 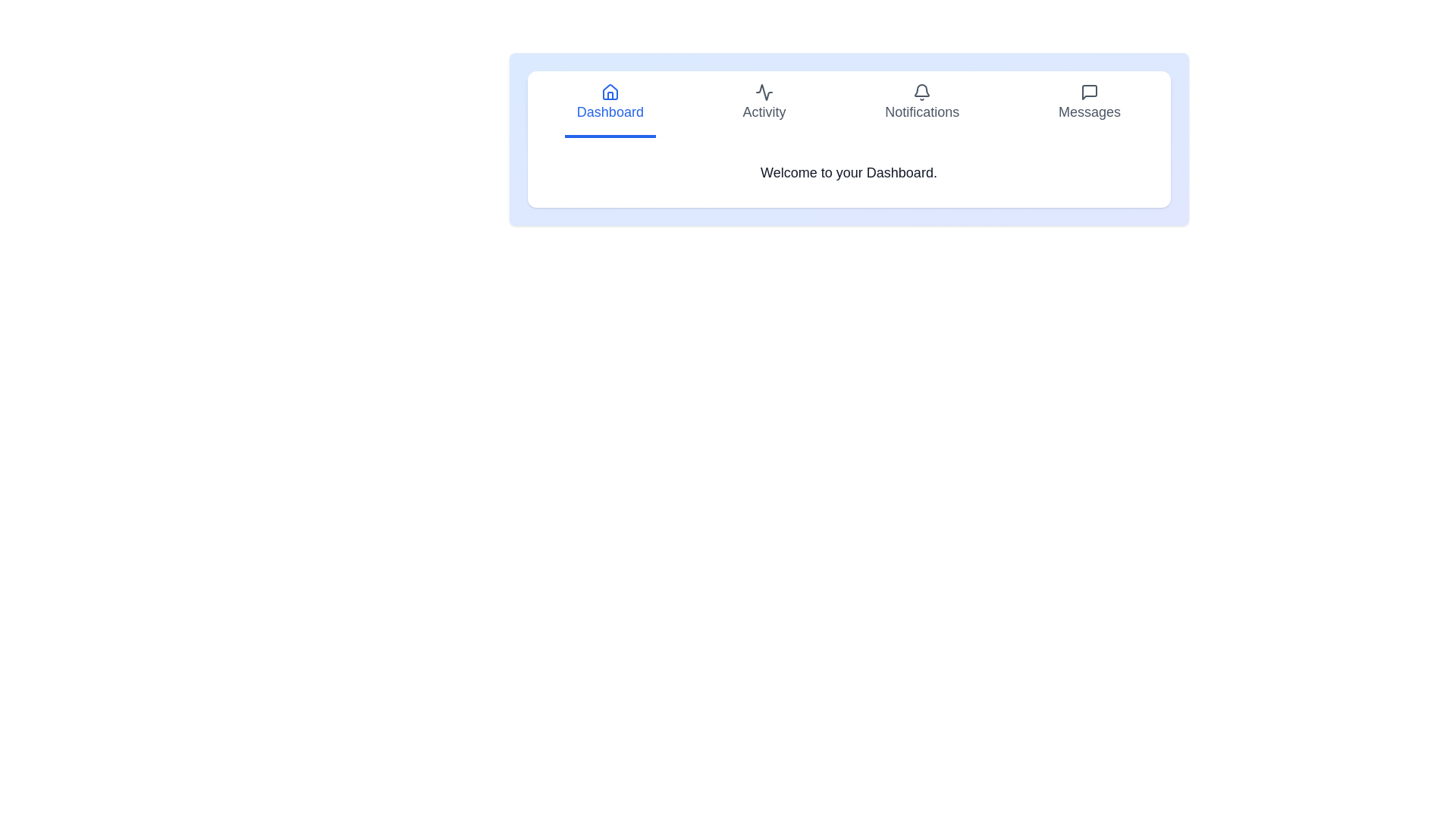 I want to click on the tab labeled Dashboard, so click(x=610, y=104).